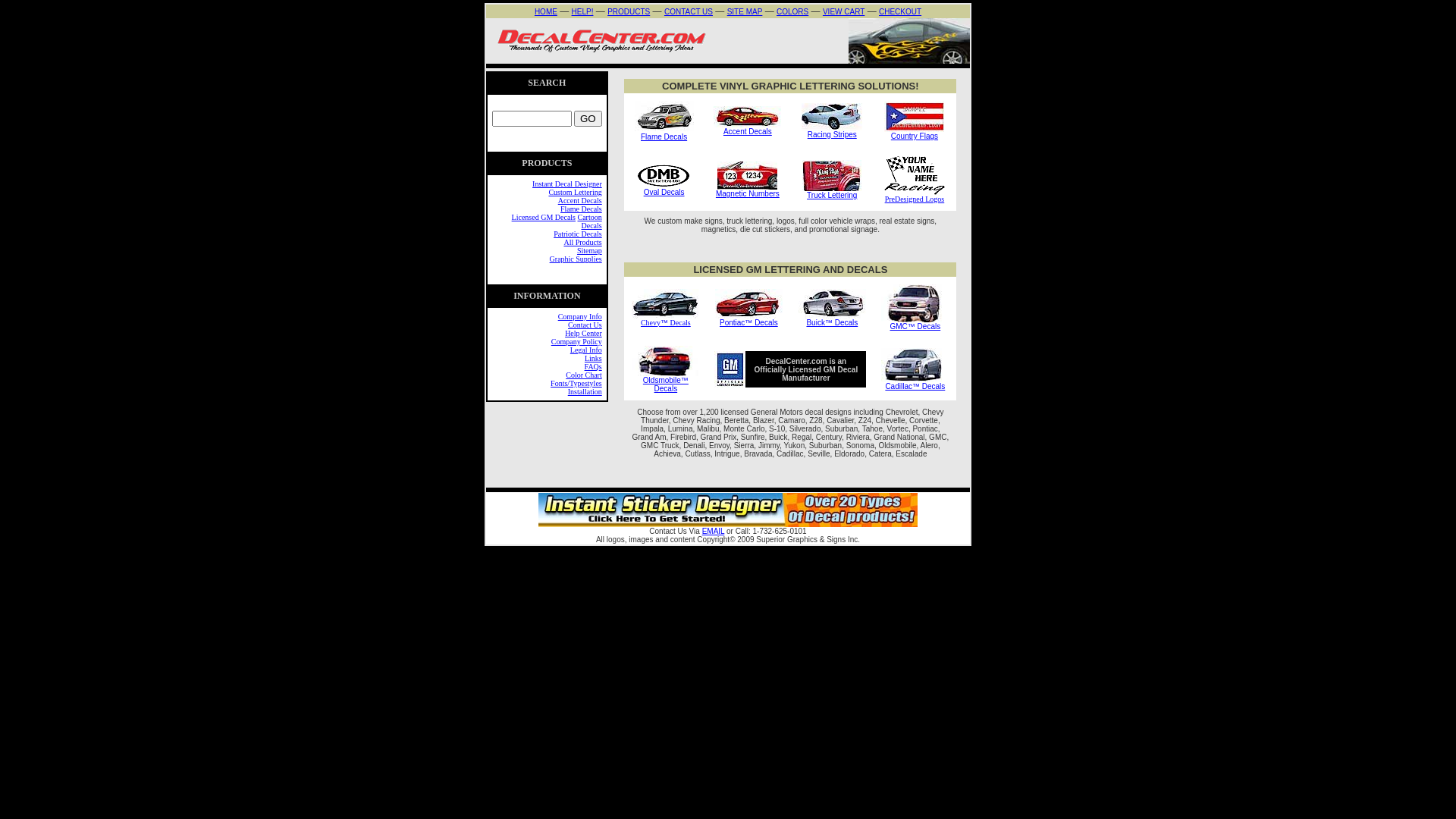 Image resolution: width=1456 pixels, height=819 pixels. What do you see at coordinates (588, 249) in the screenshot?
I see `'Sitemap'` at bounding box center [588, 249].